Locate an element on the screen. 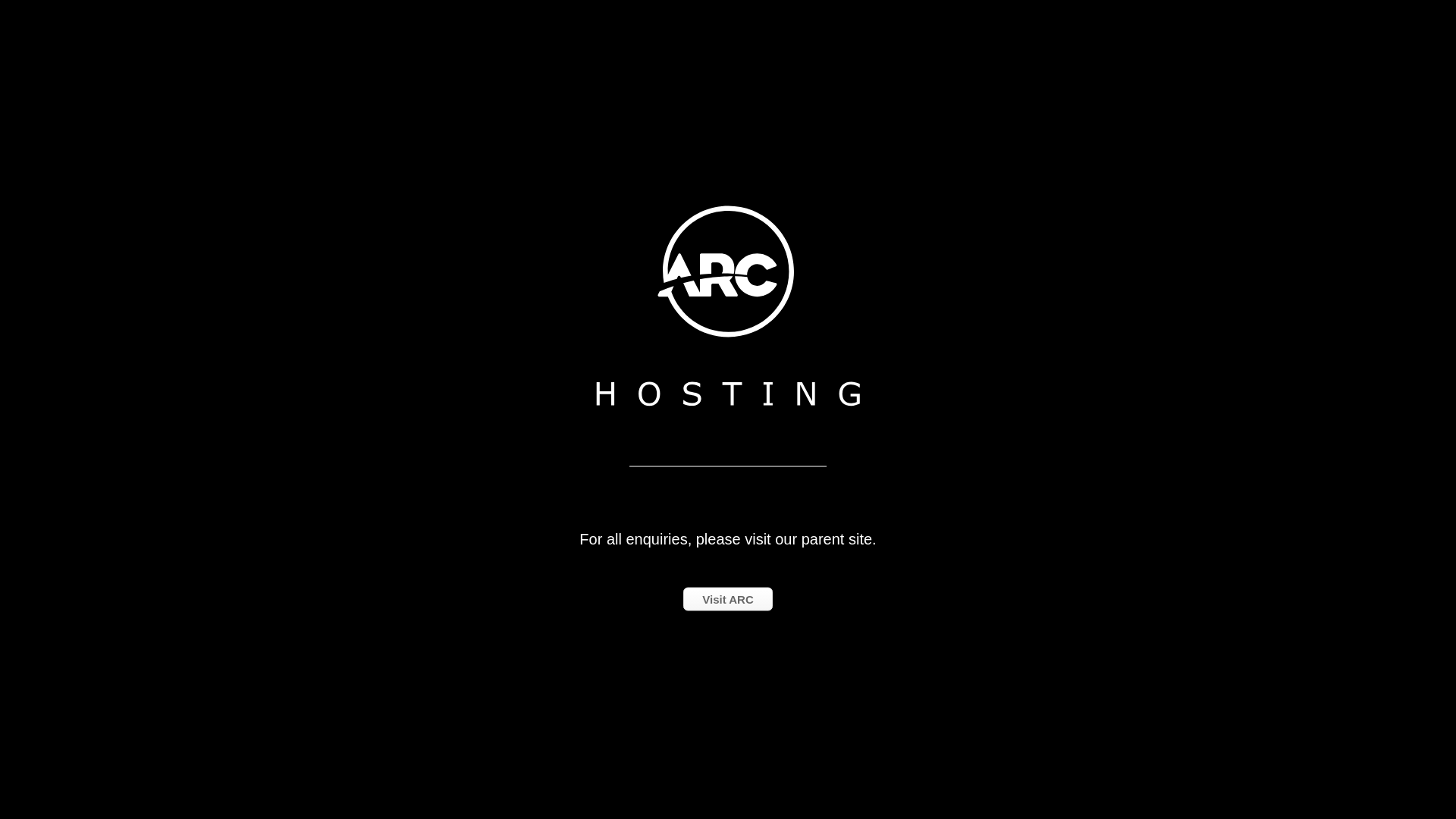  'Visit ARC' is located at coordinates (728, 598).